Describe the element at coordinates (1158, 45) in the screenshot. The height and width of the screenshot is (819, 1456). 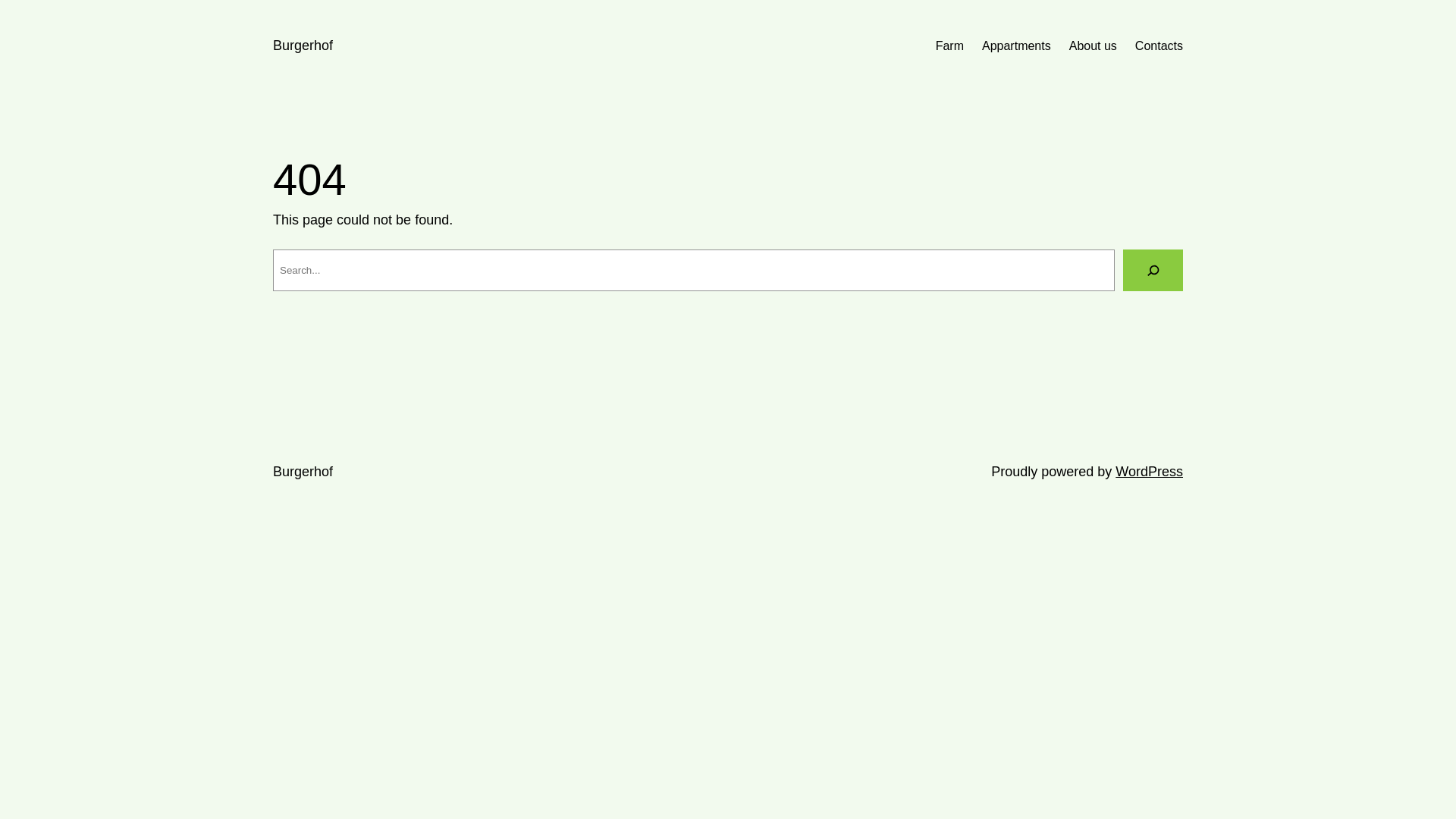
I see `'Contacts'` at that location.